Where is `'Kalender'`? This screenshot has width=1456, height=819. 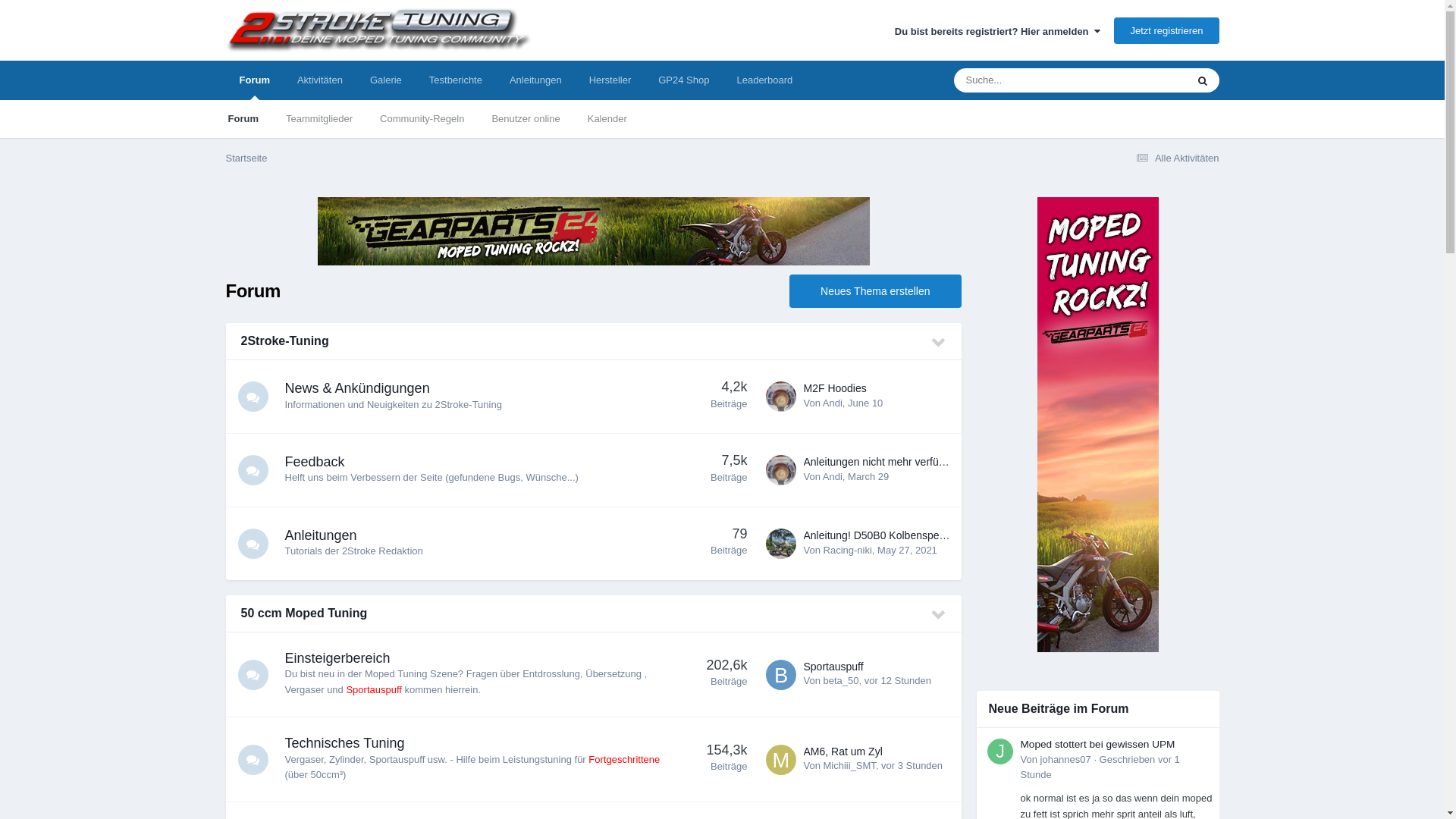 'Kalender' is located at coordinates (573, 118).